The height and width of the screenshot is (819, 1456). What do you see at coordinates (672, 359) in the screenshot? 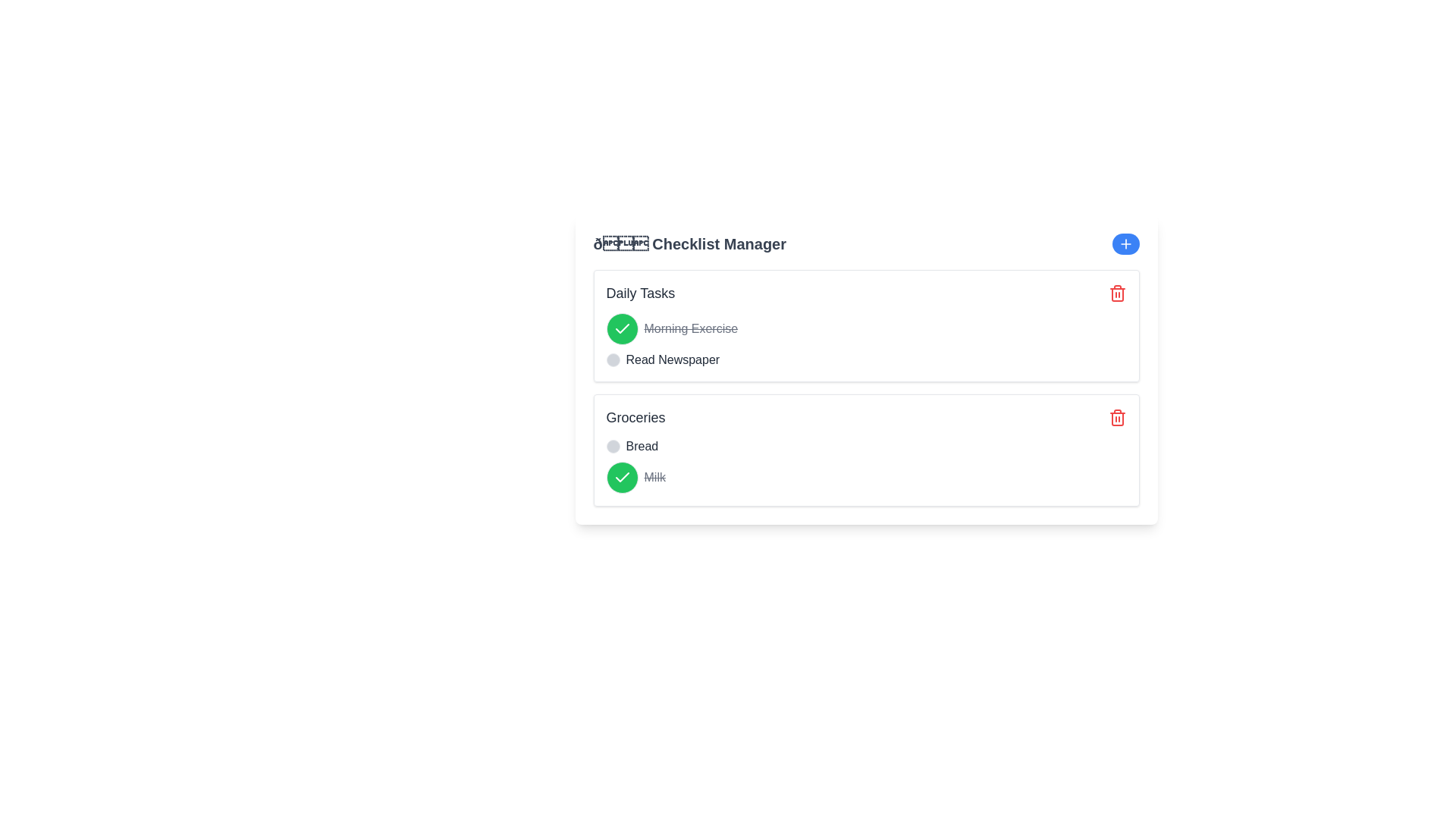
I see `the 'Read Newspaper' text label which indicates a task in a checklist beneath the 'Daily Tasks' title and adjacent to its circular icon` at bounding box center [672, 359].